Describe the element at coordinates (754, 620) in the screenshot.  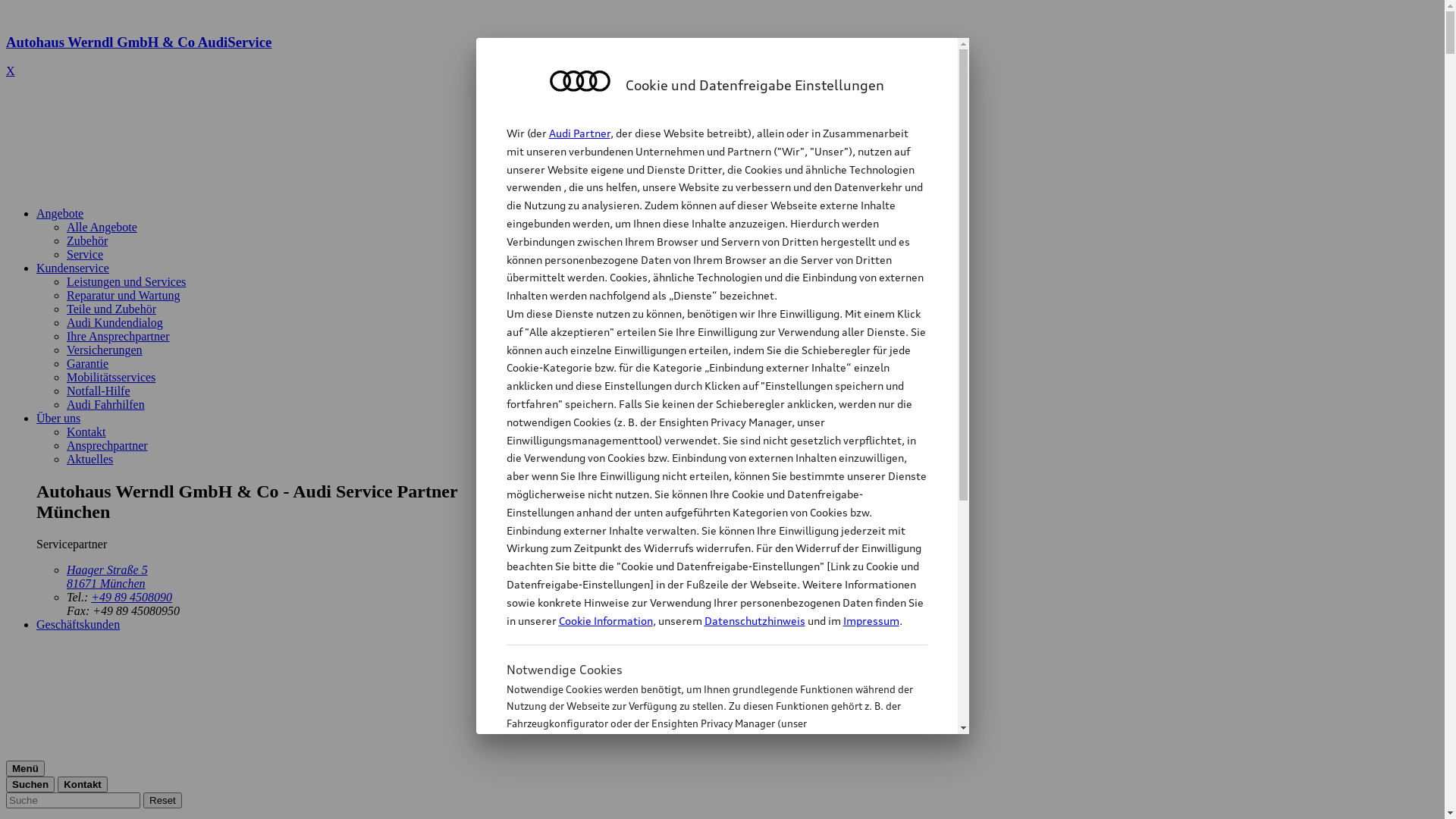
I see `'Datenschutzhinweis'` at that location.